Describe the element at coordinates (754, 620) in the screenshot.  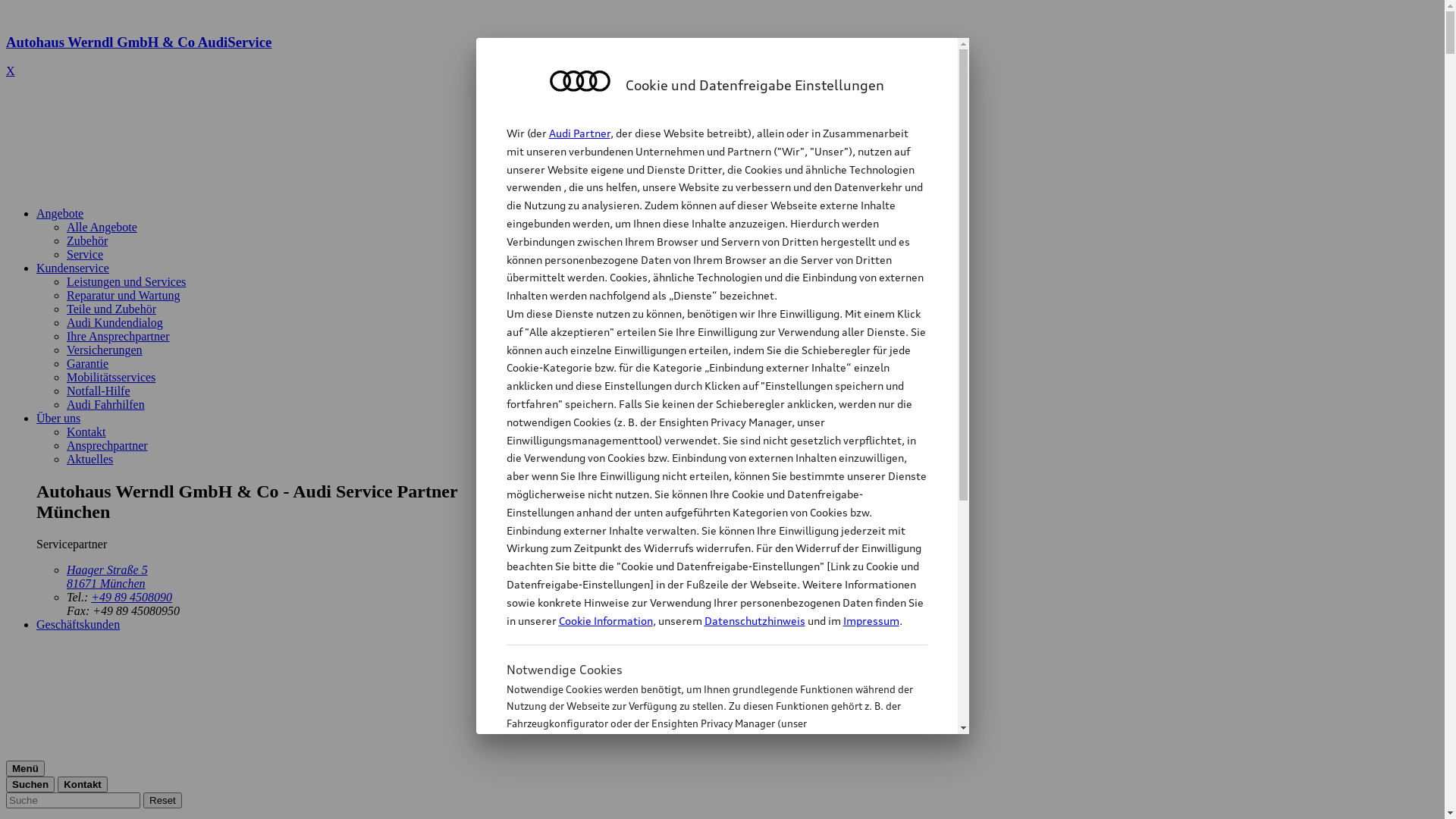
I see `'Datenschutzhinweis'` at that location.